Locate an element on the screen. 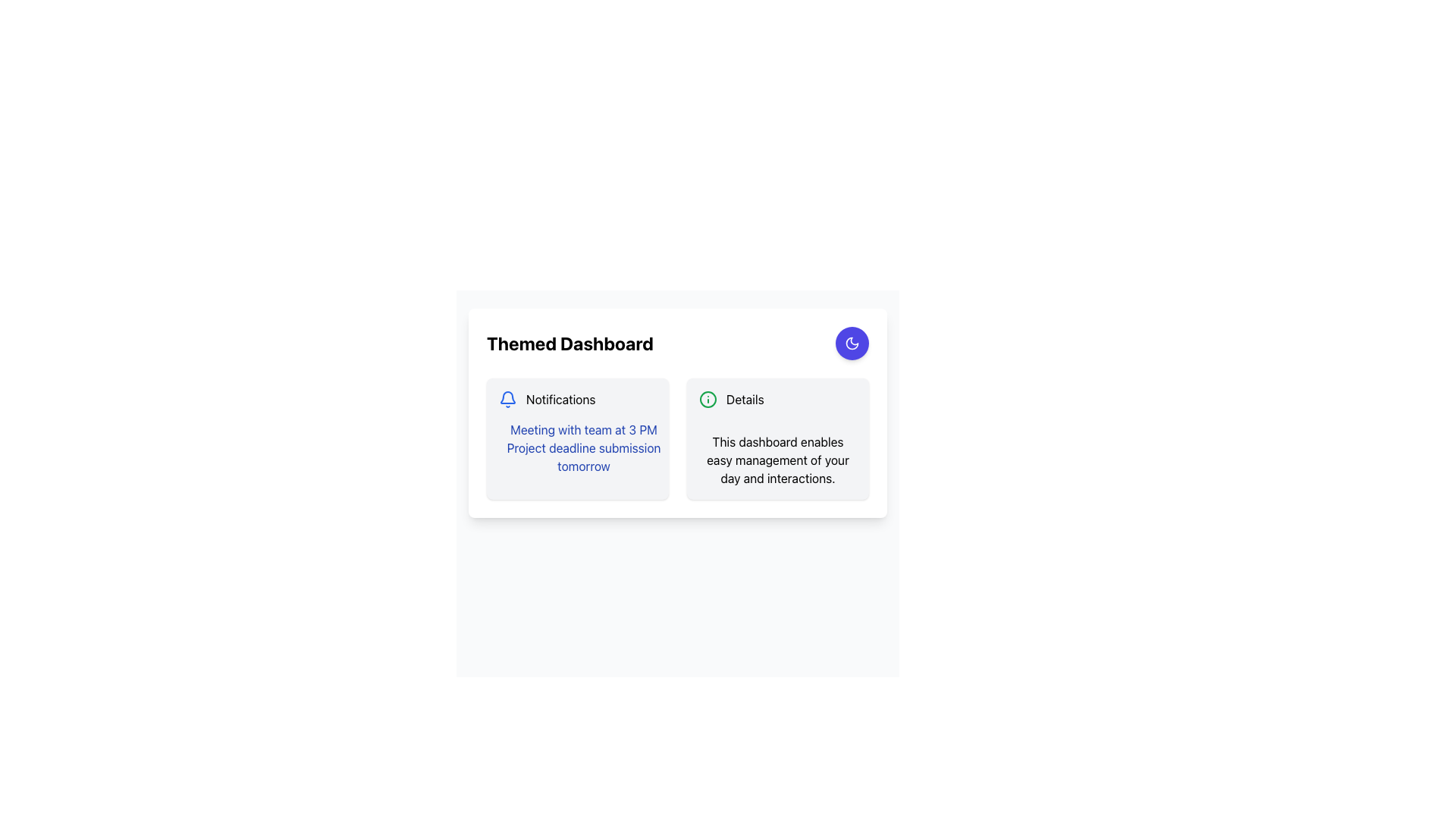 The width and height of the screenshot is (1456, 819). the circular SVG element with a green outline and white background, part of the 'Details' section icon on the dashboard interface is located at coordinates (708, 399).